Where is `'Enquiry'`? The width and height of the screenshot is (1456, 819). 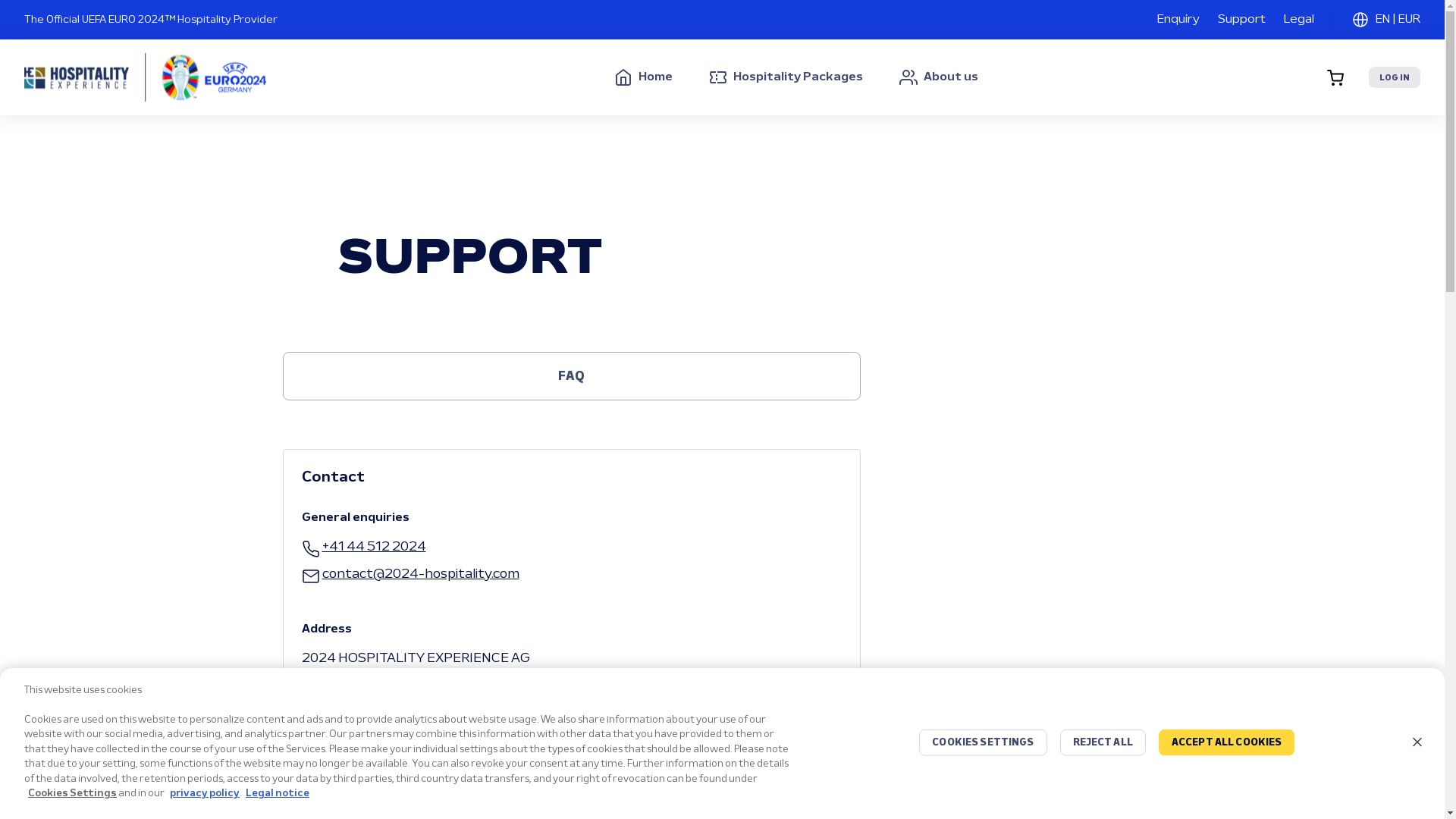
'Enquiry' is located at coordinates (1178, 19).